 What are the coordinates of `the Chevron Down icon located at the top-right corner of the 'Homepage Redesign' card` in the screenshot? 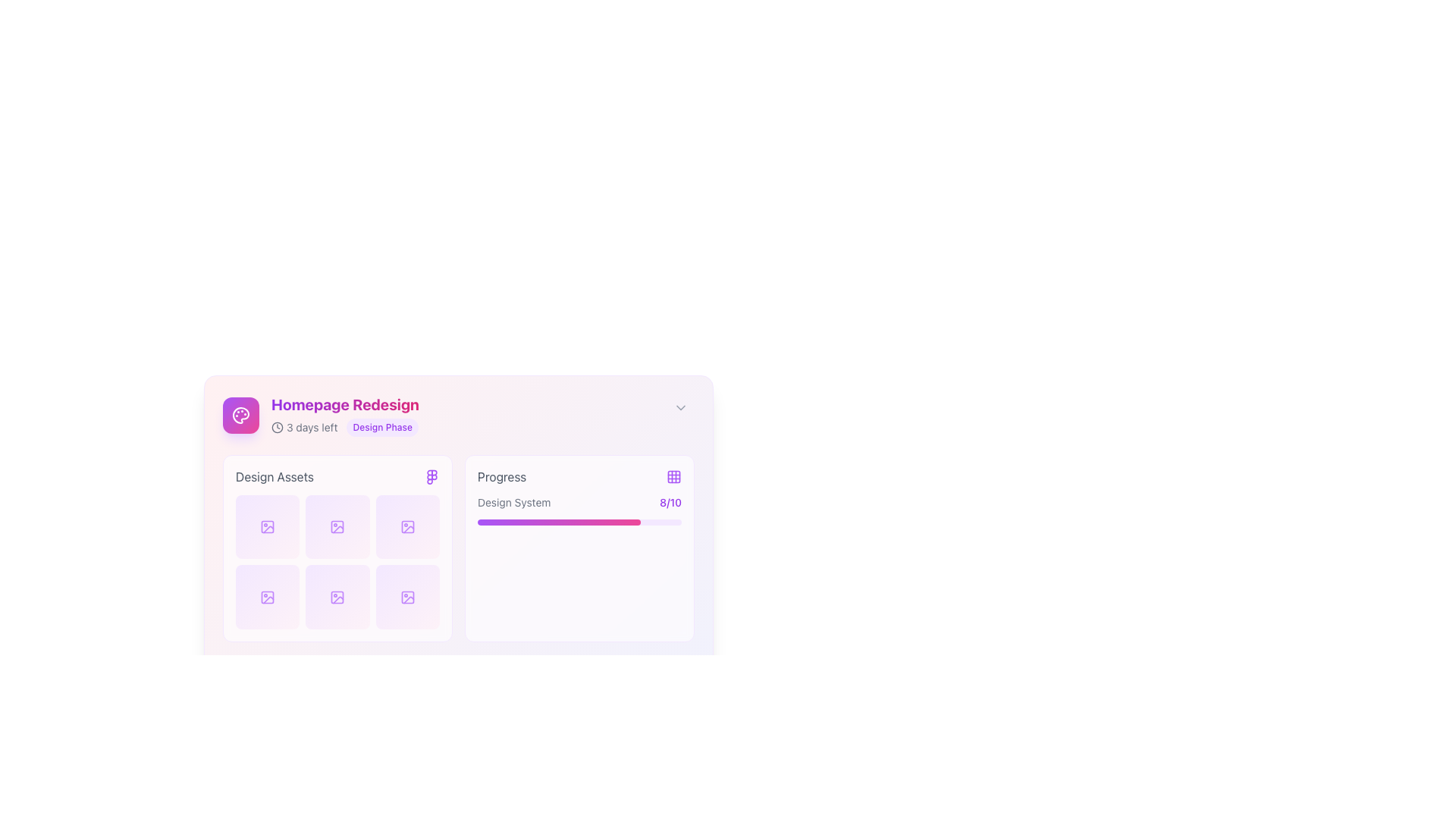 It's located at (679, 406).